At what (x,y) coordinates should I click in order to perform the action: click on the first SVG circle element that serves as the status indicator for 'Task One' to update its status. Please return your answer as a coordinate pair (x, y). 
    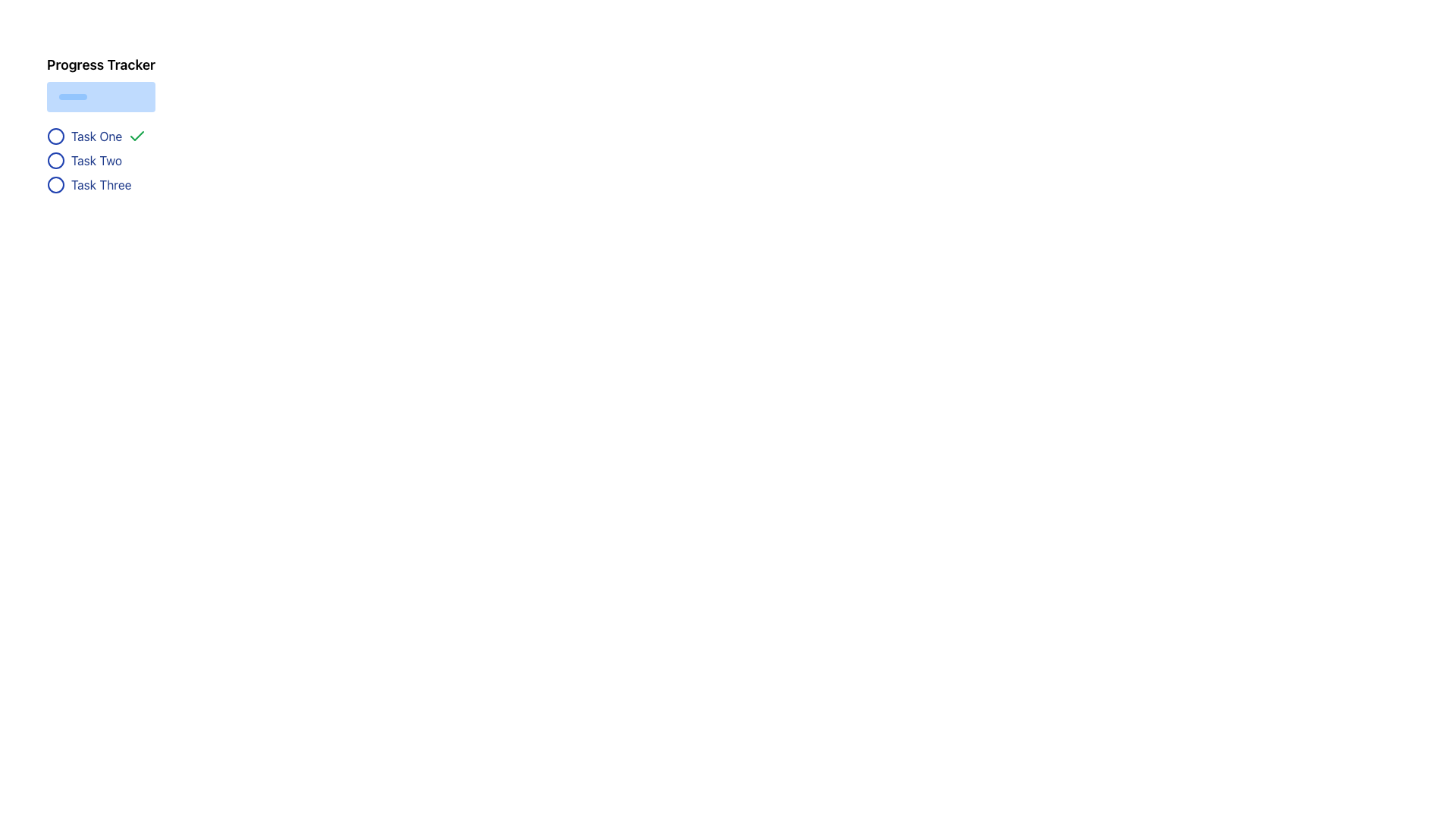
    Looking at the image, I should click on (55, 136).